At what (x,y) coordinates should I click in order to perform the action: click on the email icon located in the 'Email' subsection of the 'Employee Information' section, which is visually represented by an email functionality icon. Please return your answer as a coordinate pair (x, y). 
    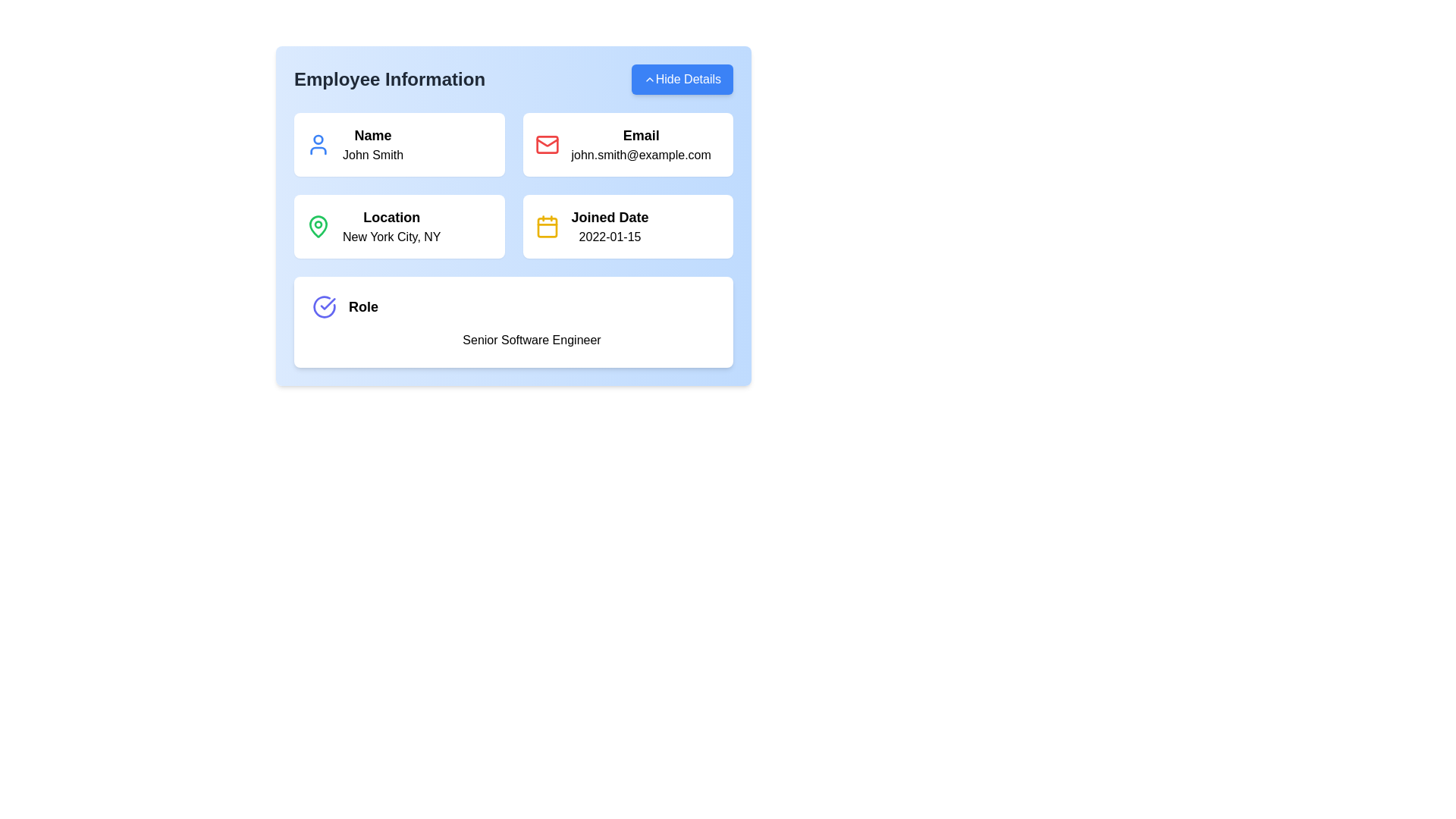
    Looking at the image, I should click on (546, 145).